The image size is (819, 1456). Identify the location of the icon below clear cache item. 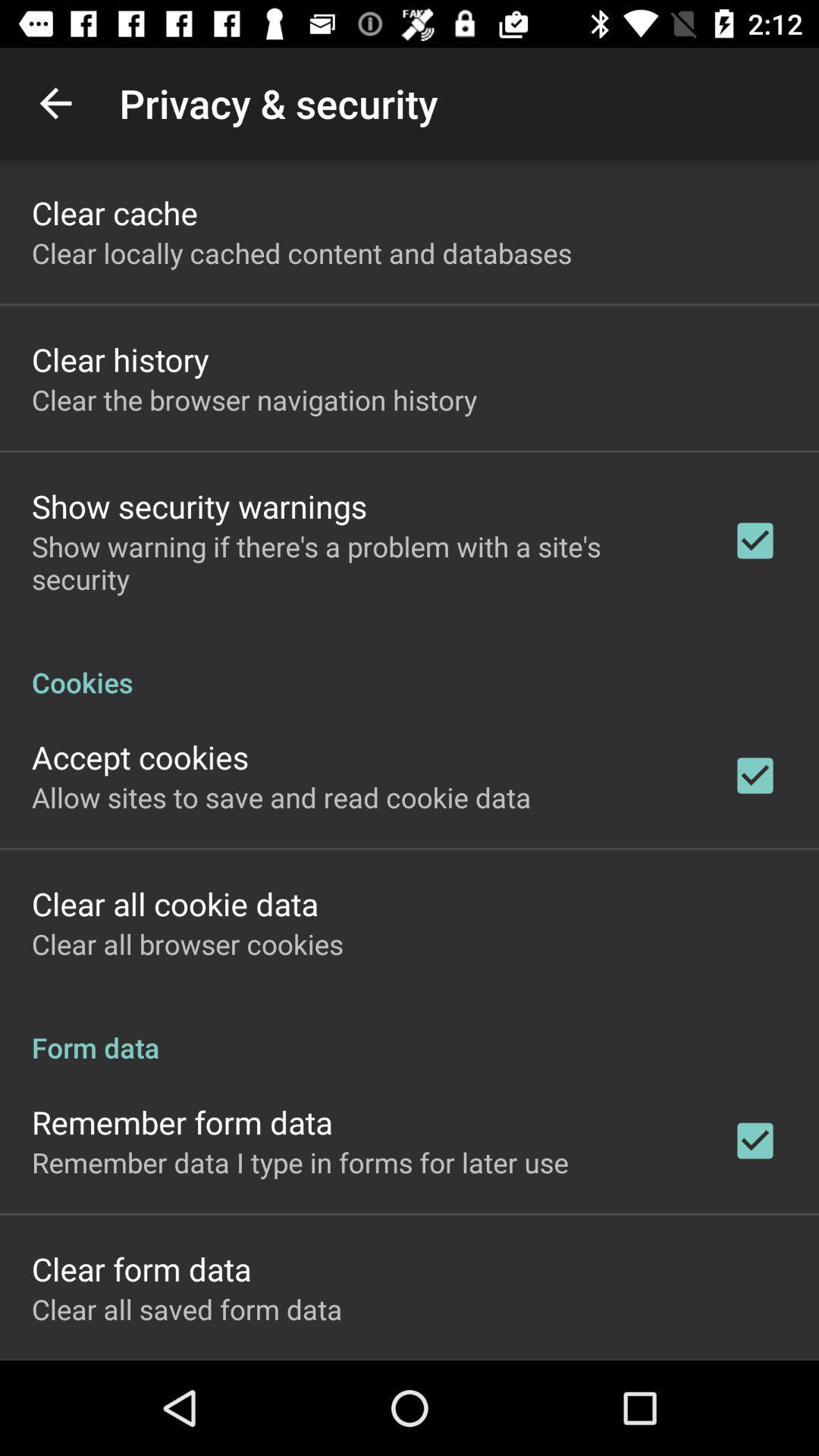
(302, 253).